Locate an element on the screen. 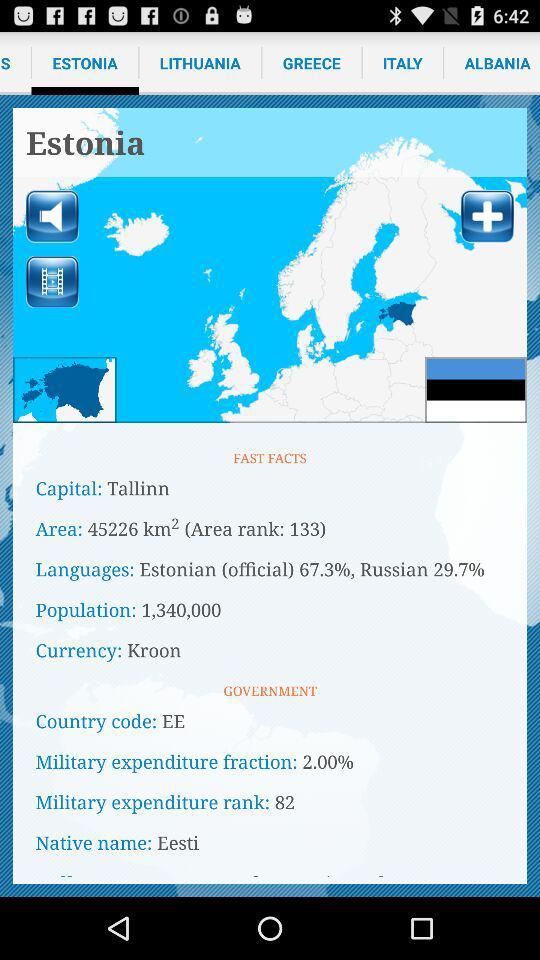 Image resolution: width=540 pixels, height=960 pixels. map is located at coordinates (270, 264).